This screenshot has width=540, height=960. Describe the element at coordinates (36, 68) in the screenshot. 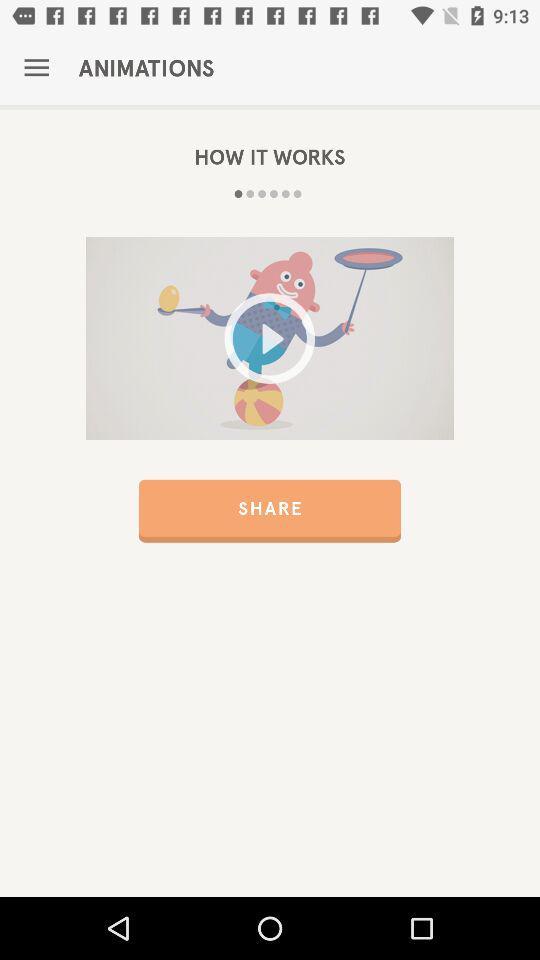

I see `item next to the animations` at that location.